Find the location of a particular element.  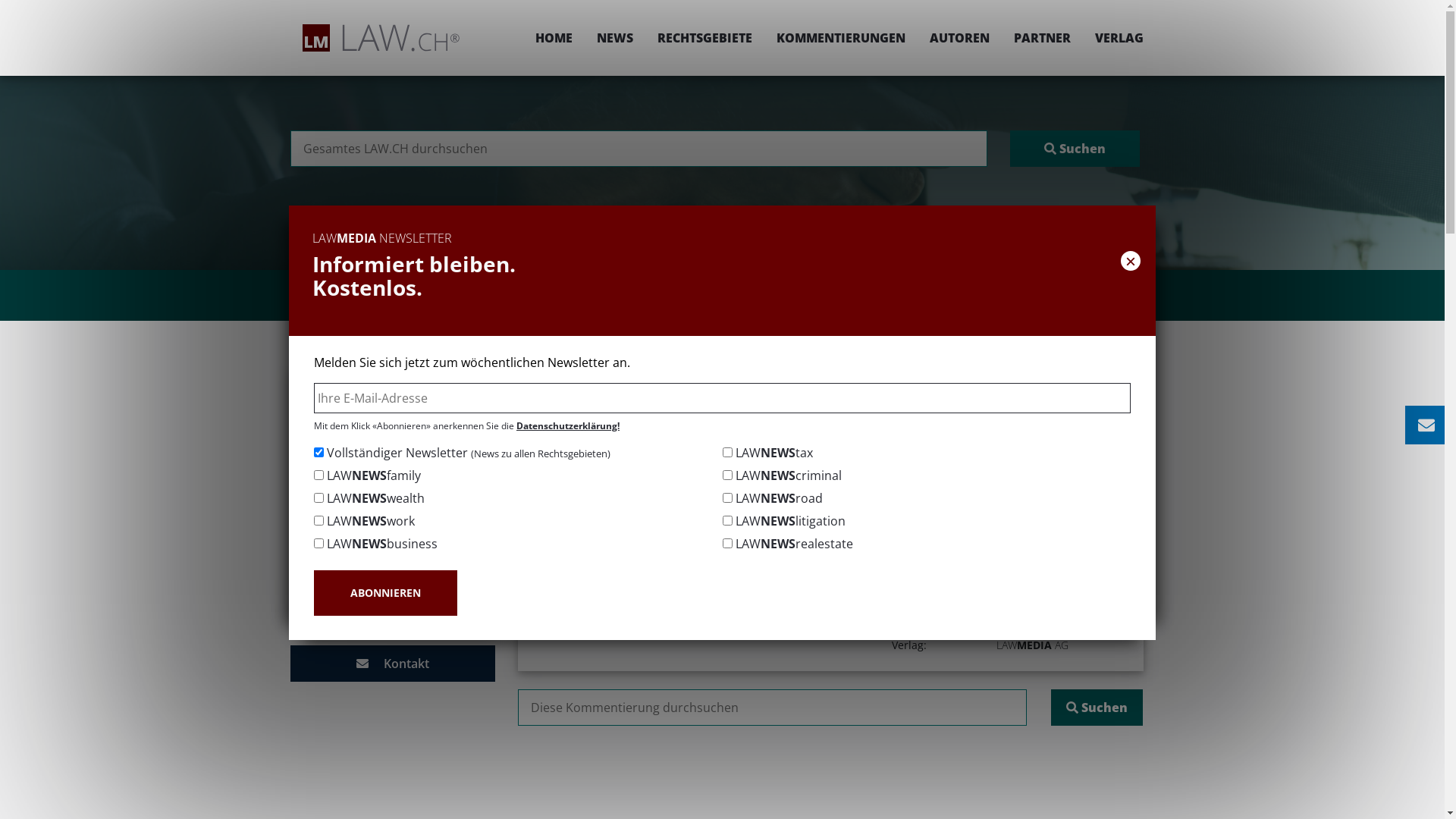

'AUTOREN' is located at coordinates (959, 37).